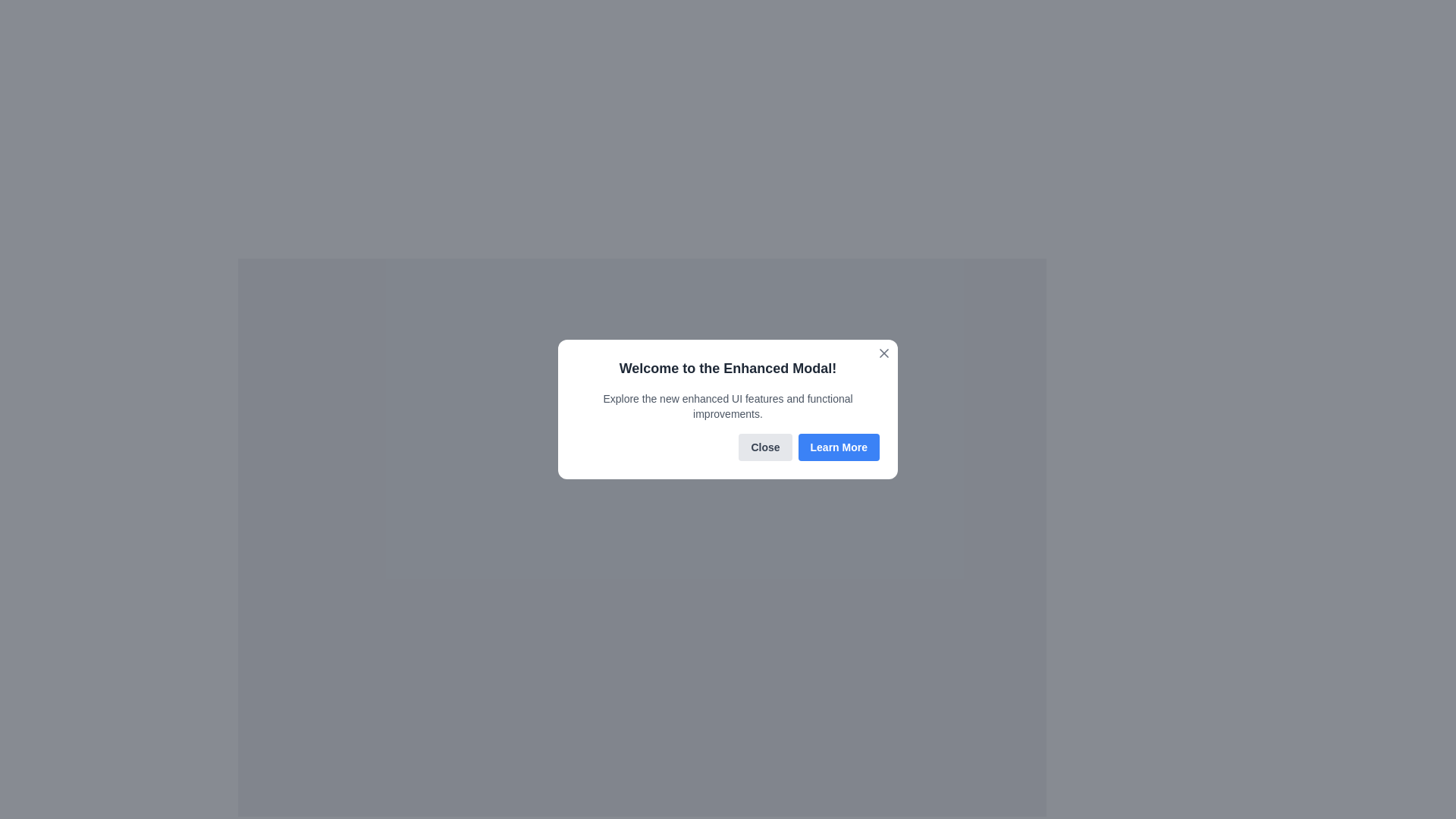  What do you see at coordinates (884, 353) in the screenshot?
I see `the close button (X symbol) located at the top-right corner of the modal dialog` at bounding box center [884, 353].